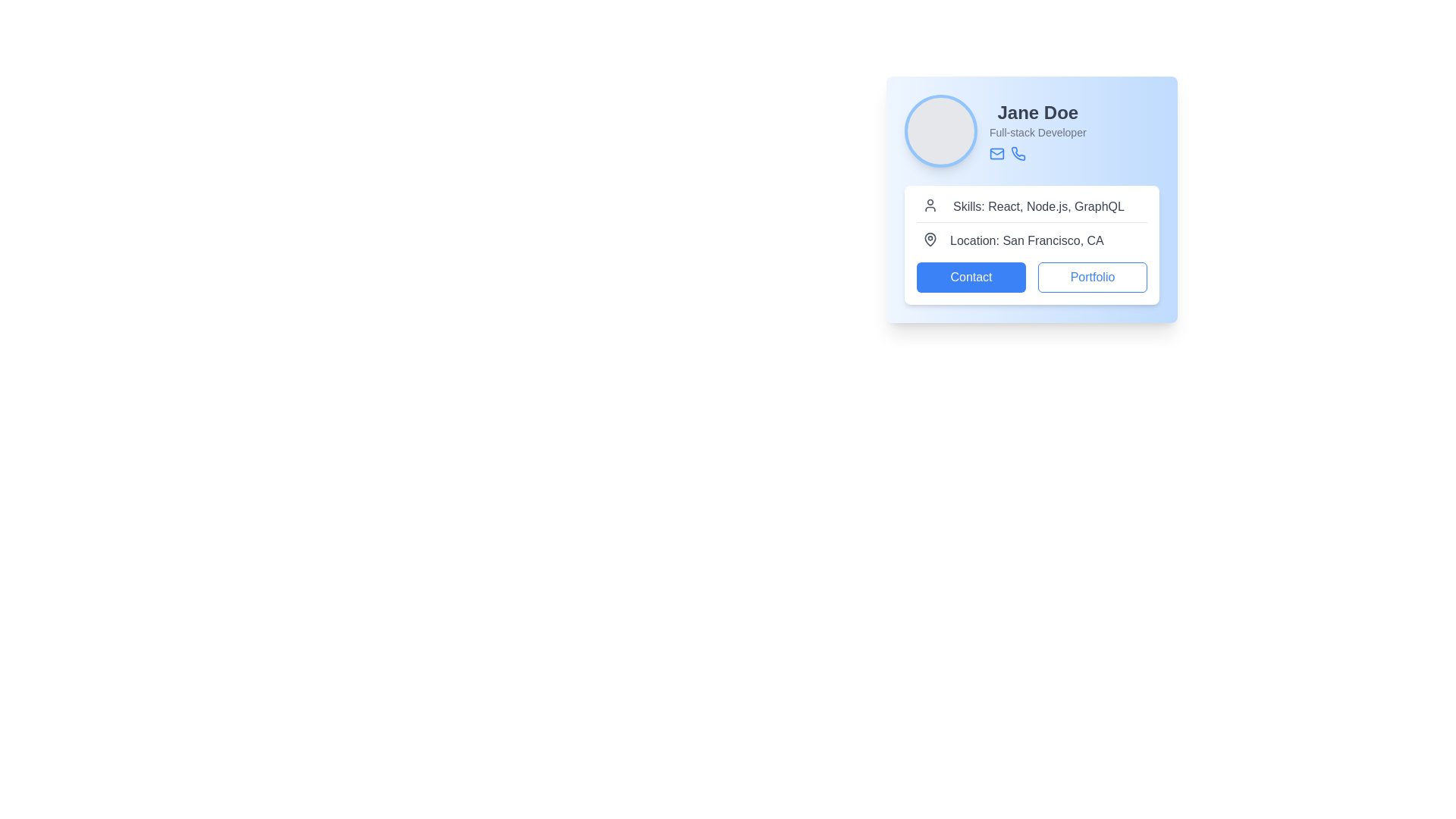 This screenshot has height=819, width=1456. What do you see at coordinates (930, 239) in the screenshot?
I see `the SVG-based map pin icon located to the left of the text 'Location: San Francisco, CA' within the card interface` at bounding box center [930, 239].